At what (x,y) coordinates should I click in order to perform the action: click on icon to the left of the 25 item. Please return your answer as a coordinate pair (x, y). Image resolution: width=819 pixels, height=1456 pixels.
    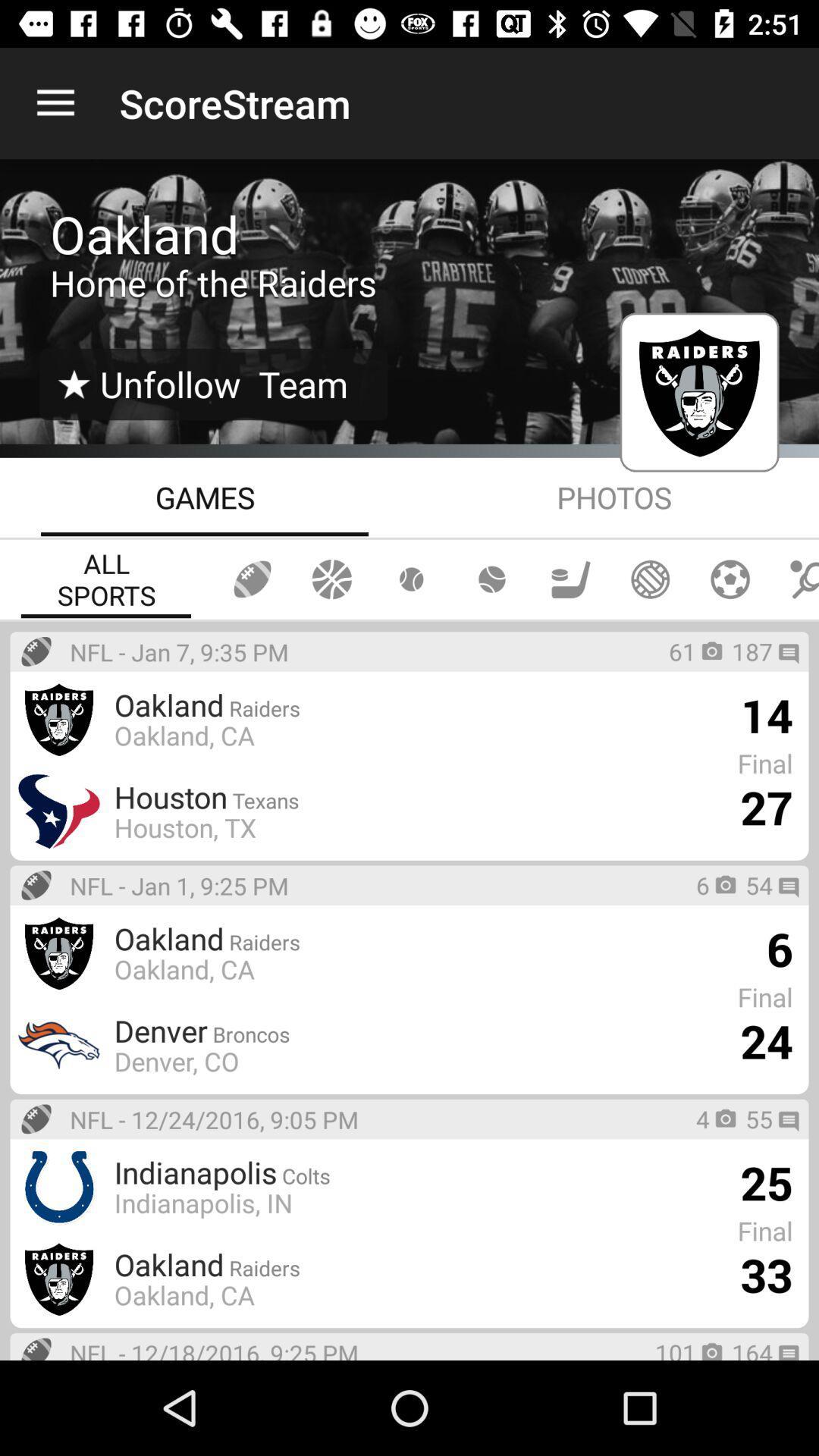
    Looking at the image, I should click on (362, 1172).